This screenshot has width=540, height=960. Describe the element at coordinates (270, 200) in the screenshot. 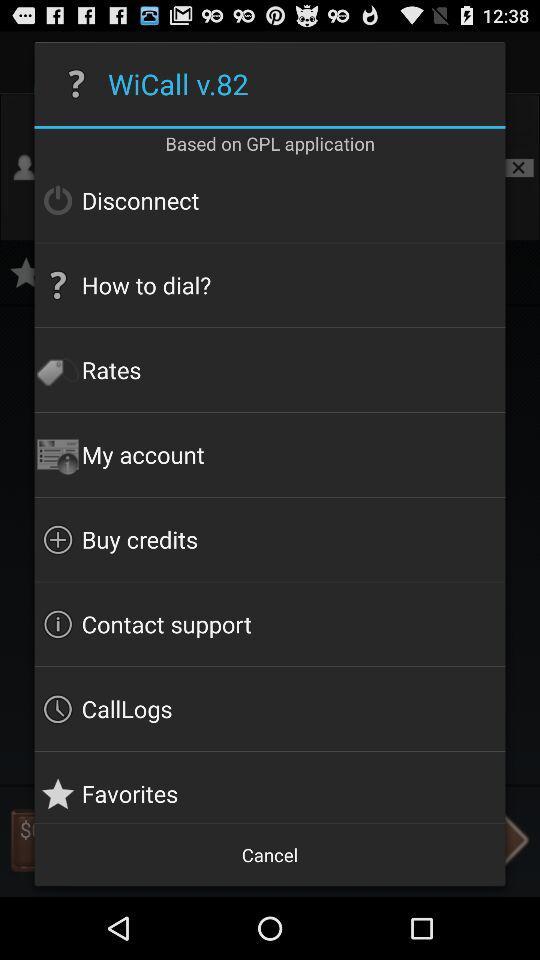

I see `the disconnect` at that location.